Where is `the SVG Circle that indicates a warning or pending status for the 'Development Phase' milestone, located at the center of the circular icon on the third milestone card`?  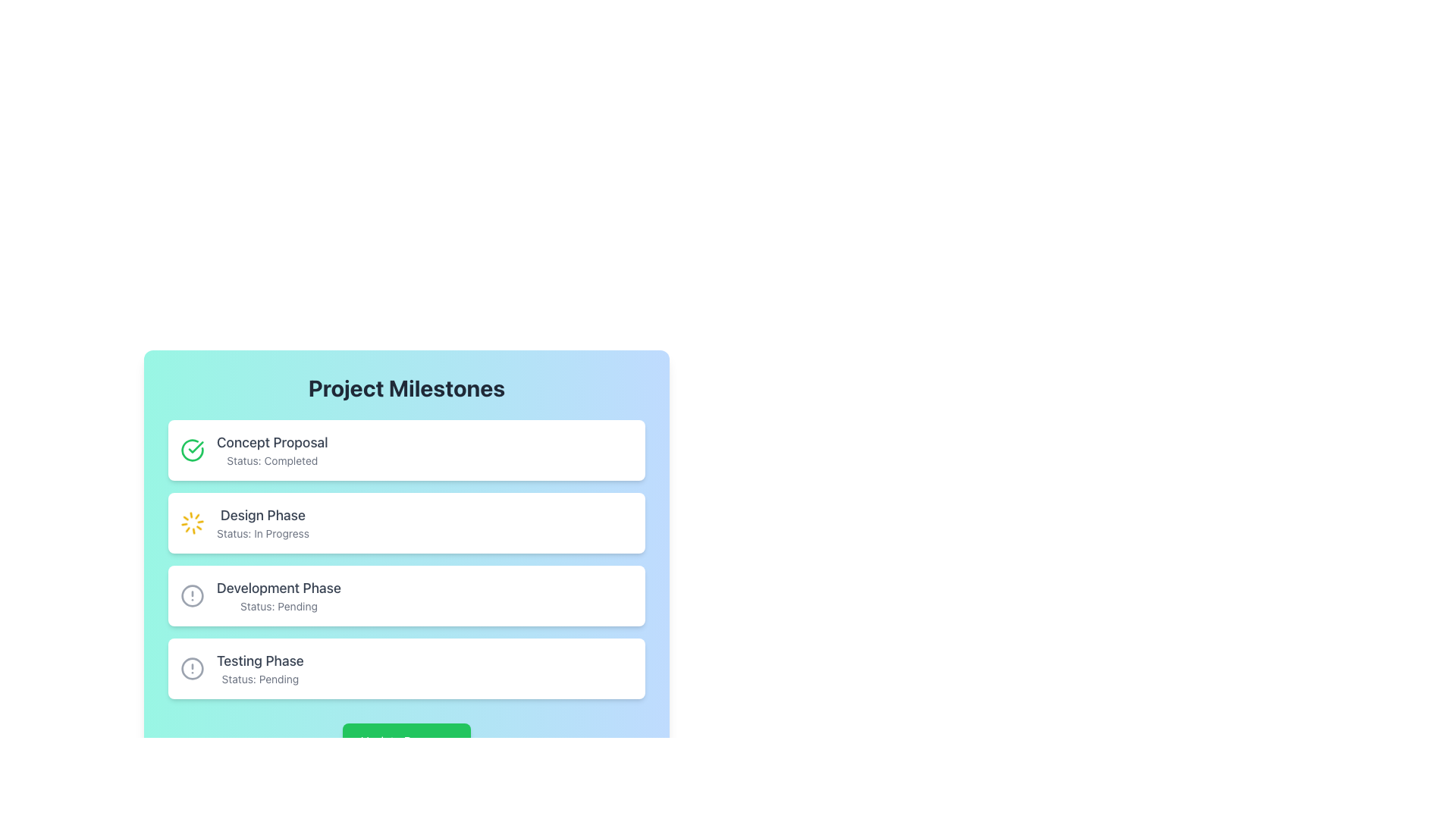
the SVG Circle that indicates a warning or pending status for the 'Development Phase' milestone, located at the center of the circular icon on the third milestone card is located at coordinates (192, 595).